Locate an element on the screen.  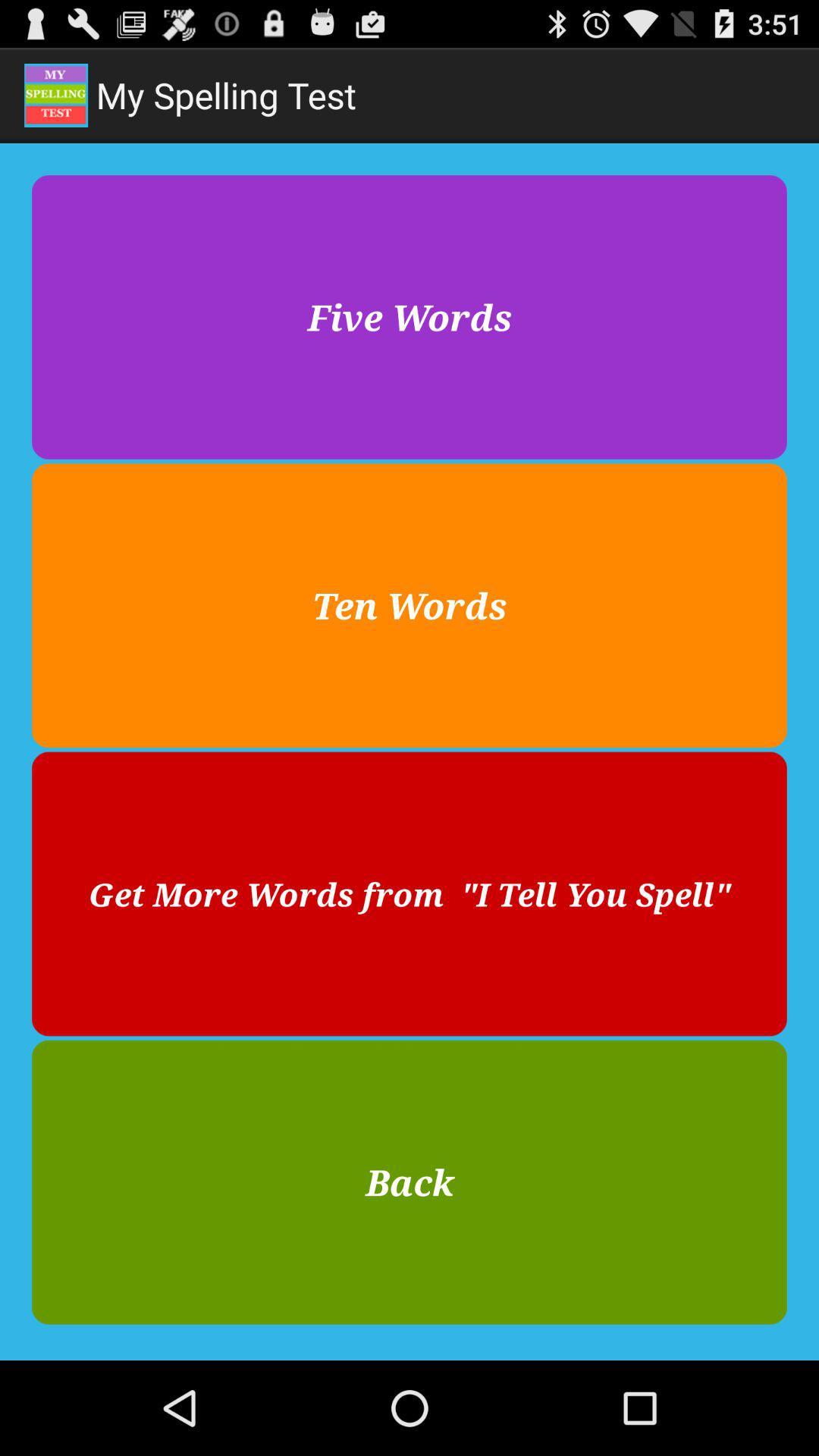
the icon above ten words button is located at coordinates (409, 316).